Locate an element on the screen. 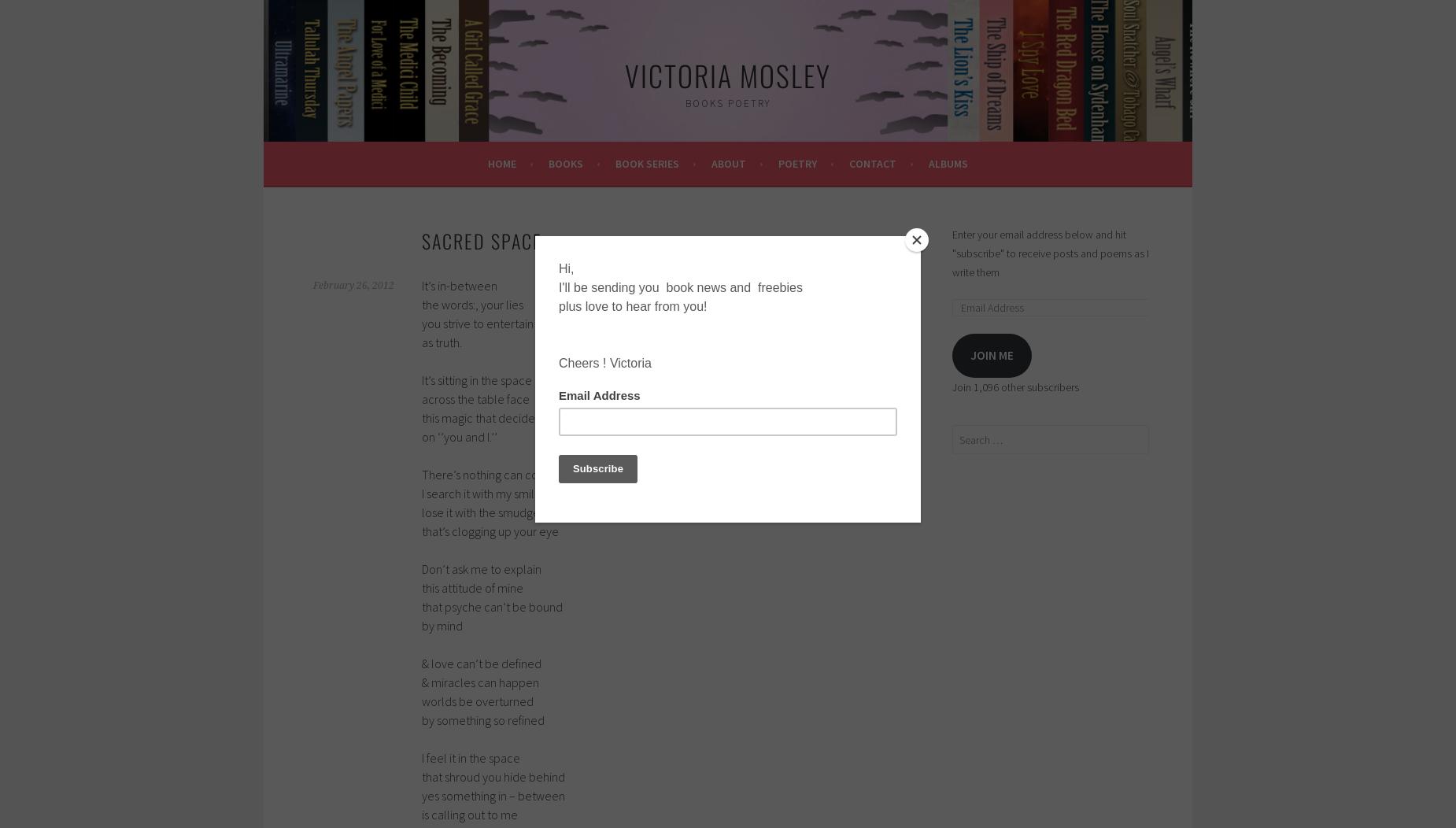 The width and height of the screenshot is (1456, 828). 'worlds be overturned' is located at coordinates (477, 700).